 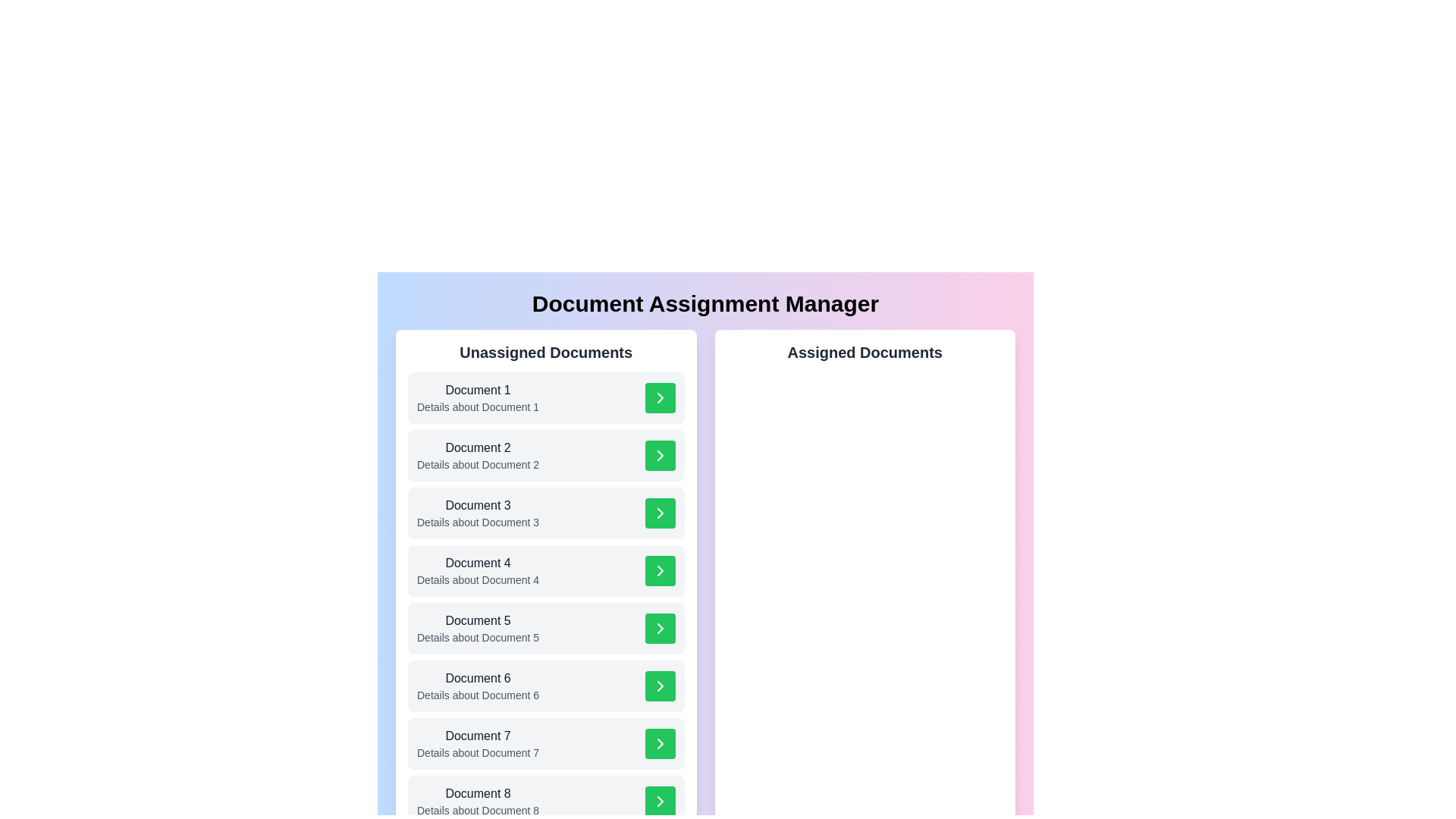 What do you see at coordinates (477, 563) in the screenshot?
I see `the text label displaying 'Document 4' situated within the 'Unassigned Documents' list, which is the fourth item in the list` at bounding box center [477, 563].